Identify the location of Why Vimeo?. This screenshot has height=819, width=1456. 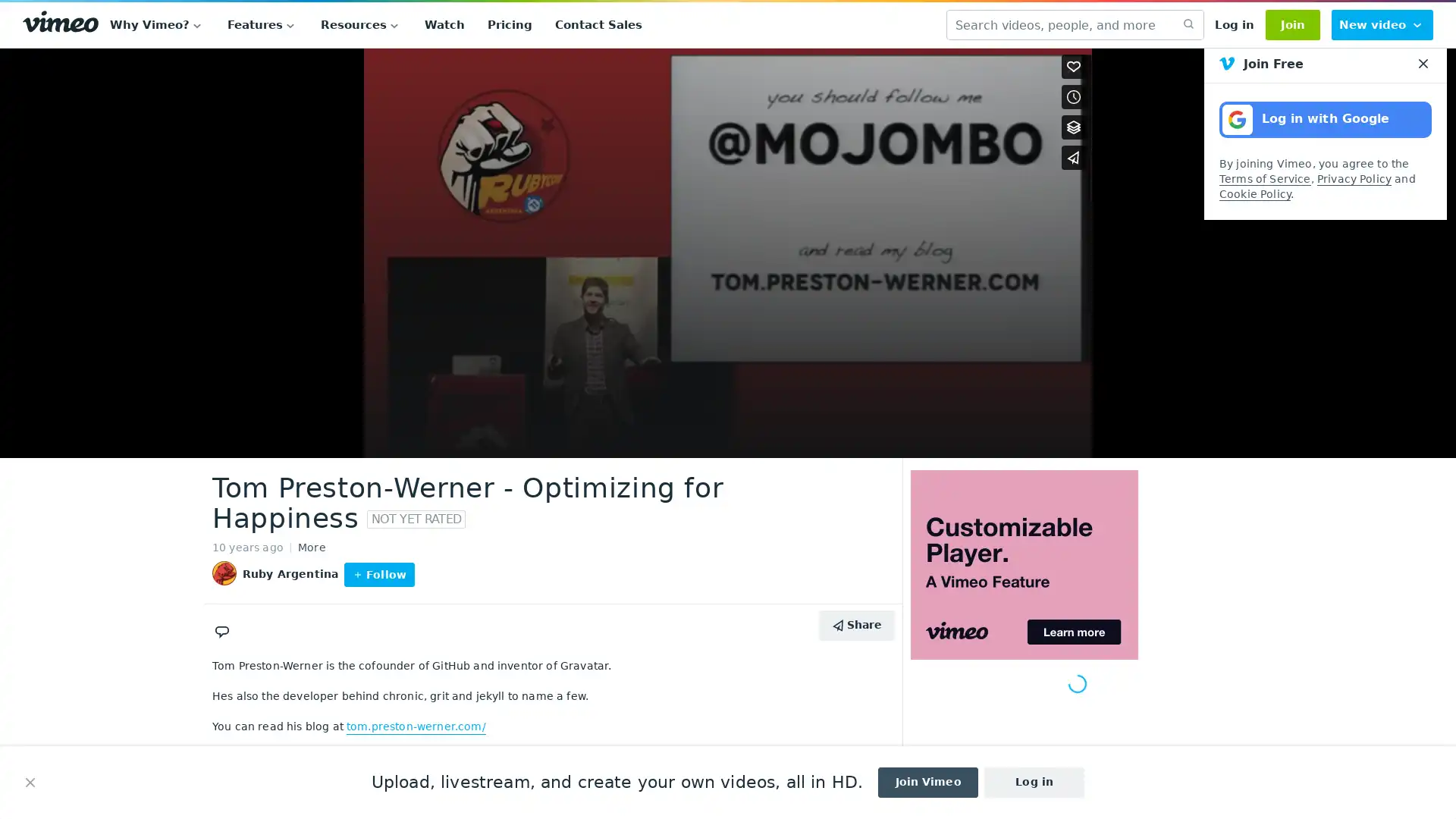
(157, 25).